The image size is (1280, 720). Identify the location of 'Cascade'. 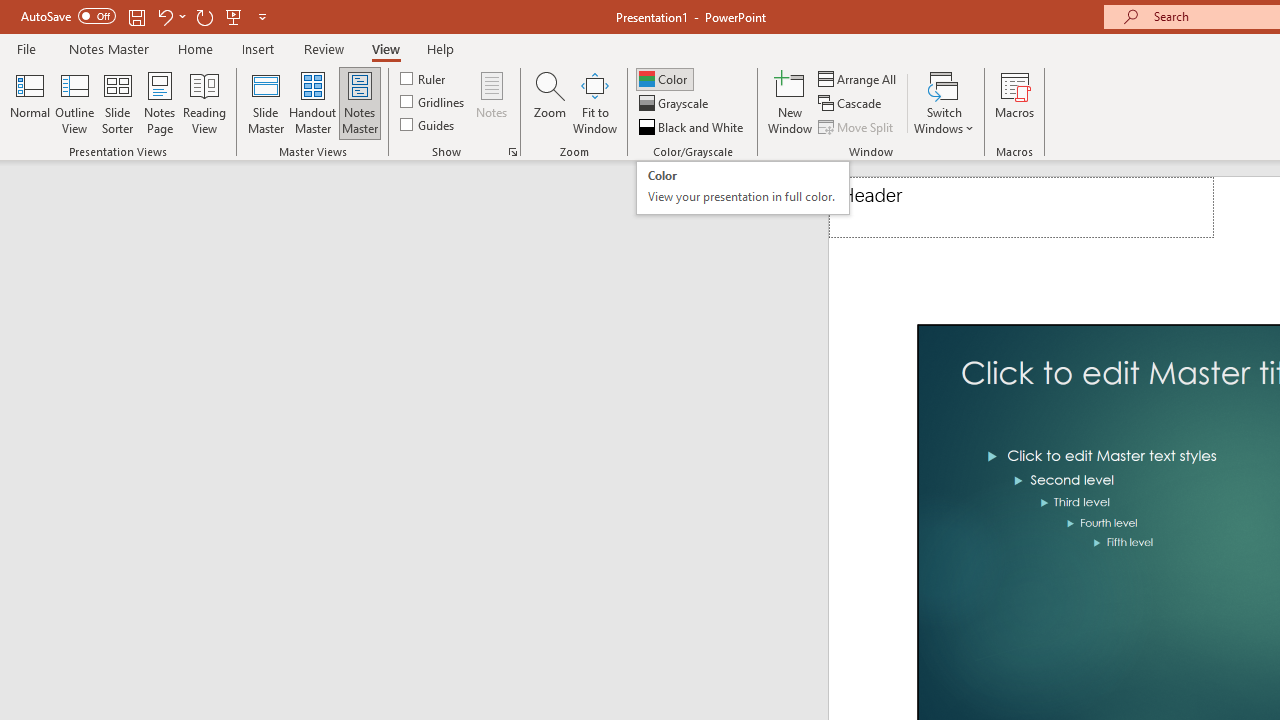
(851, 103).